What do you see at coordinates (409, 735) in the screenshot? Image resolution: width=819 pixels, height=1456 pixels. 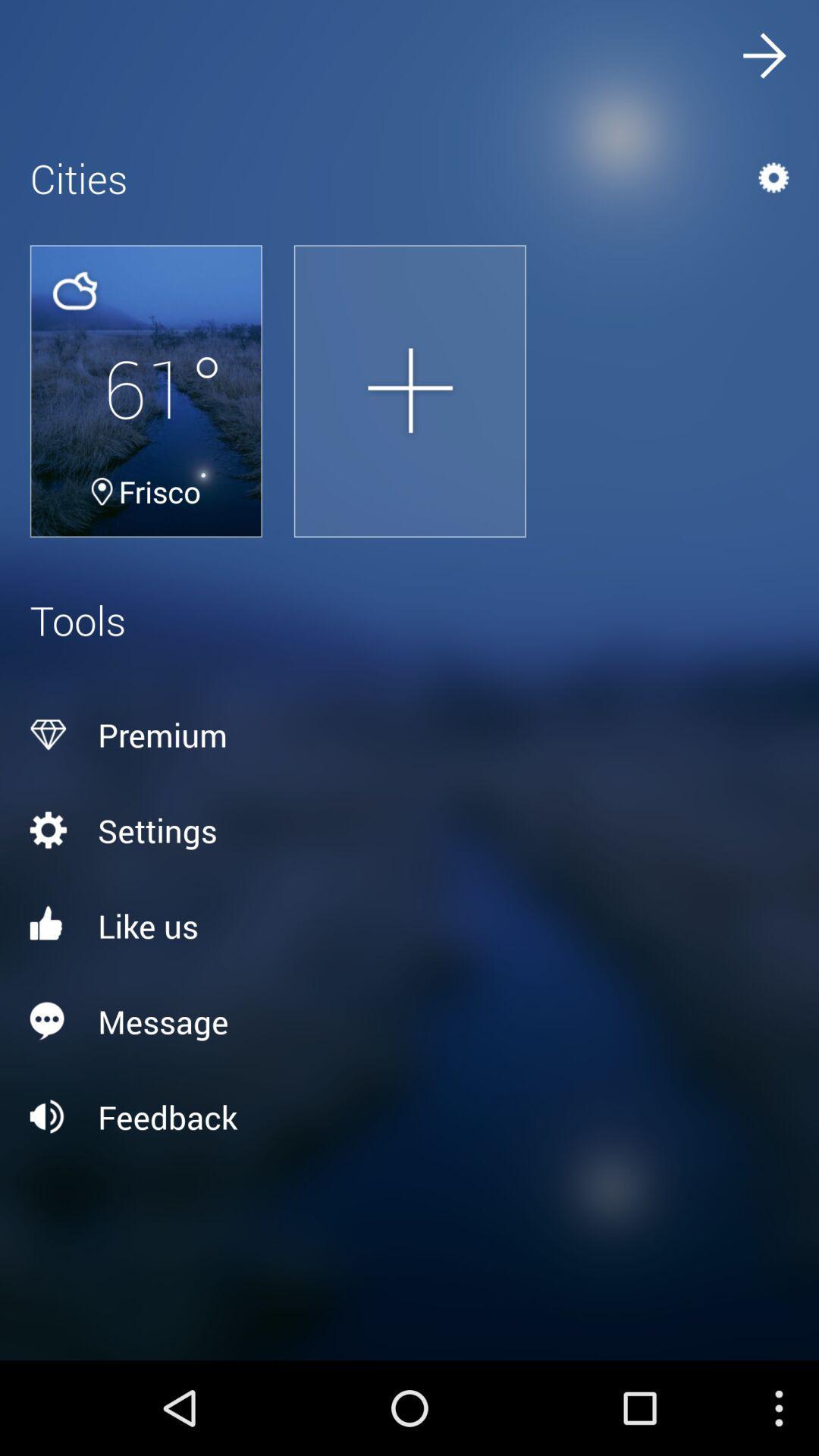 I see `the text below tools` at bounding box center [409, 735].